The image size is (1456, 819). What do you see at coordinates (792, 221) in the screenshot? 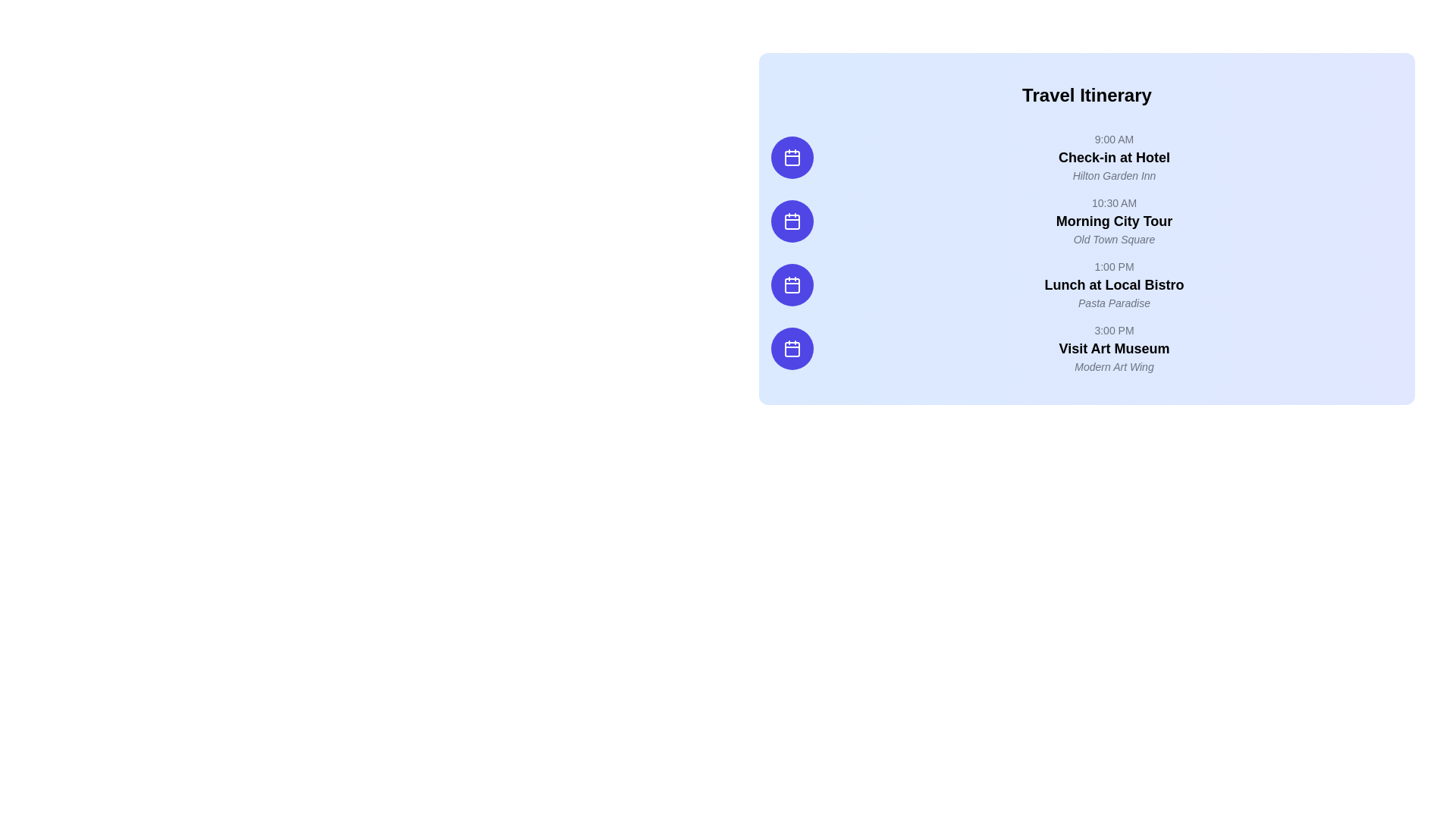
I see `the second calendar icon from the top in the vertical list of similar icons with a white outline on a blue circular background` at bounding box center [792, 221].